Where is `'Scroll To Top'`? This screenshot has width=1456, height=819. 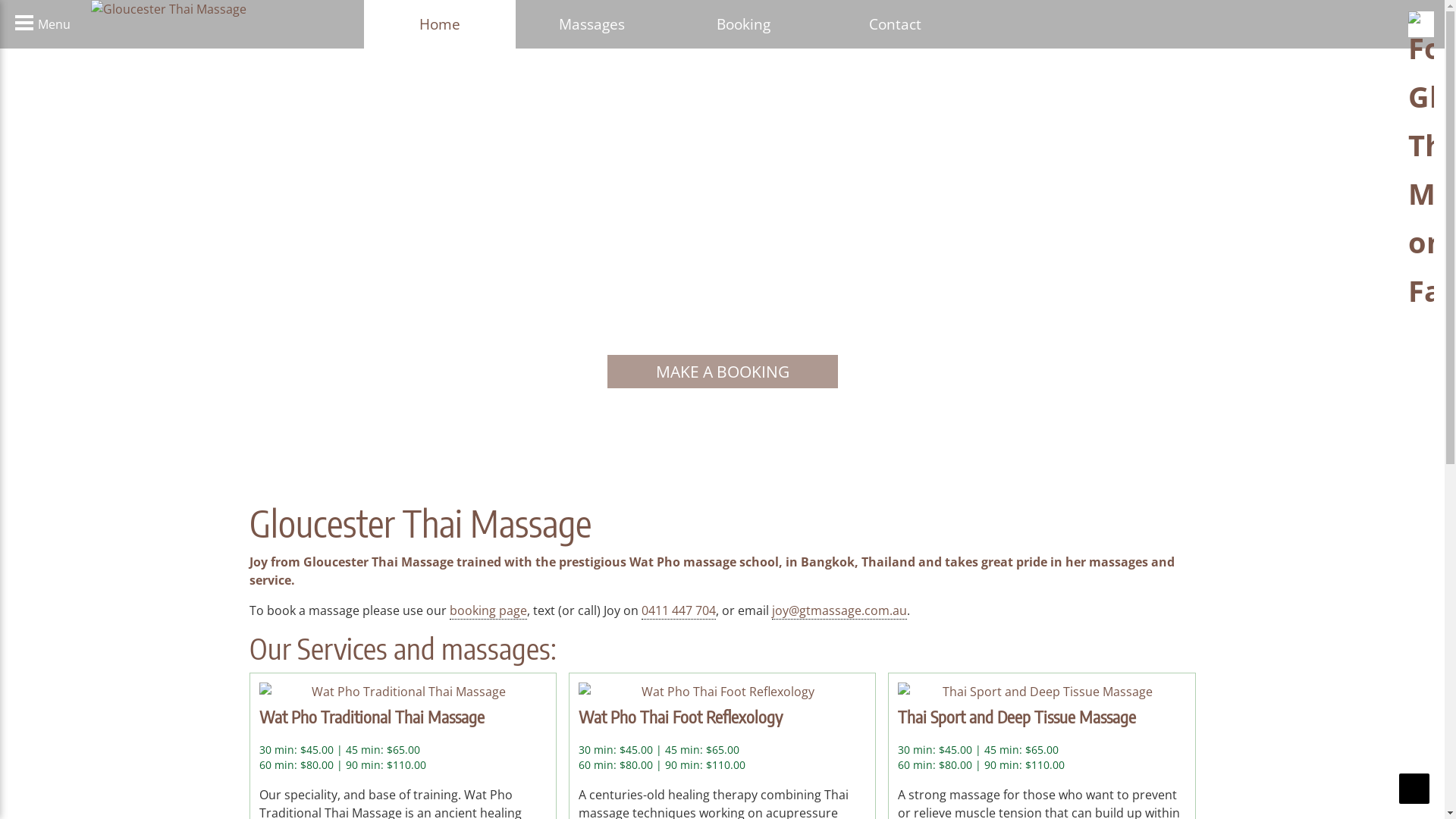
'Scroll To Top' is located at coordinates (1414, 788).